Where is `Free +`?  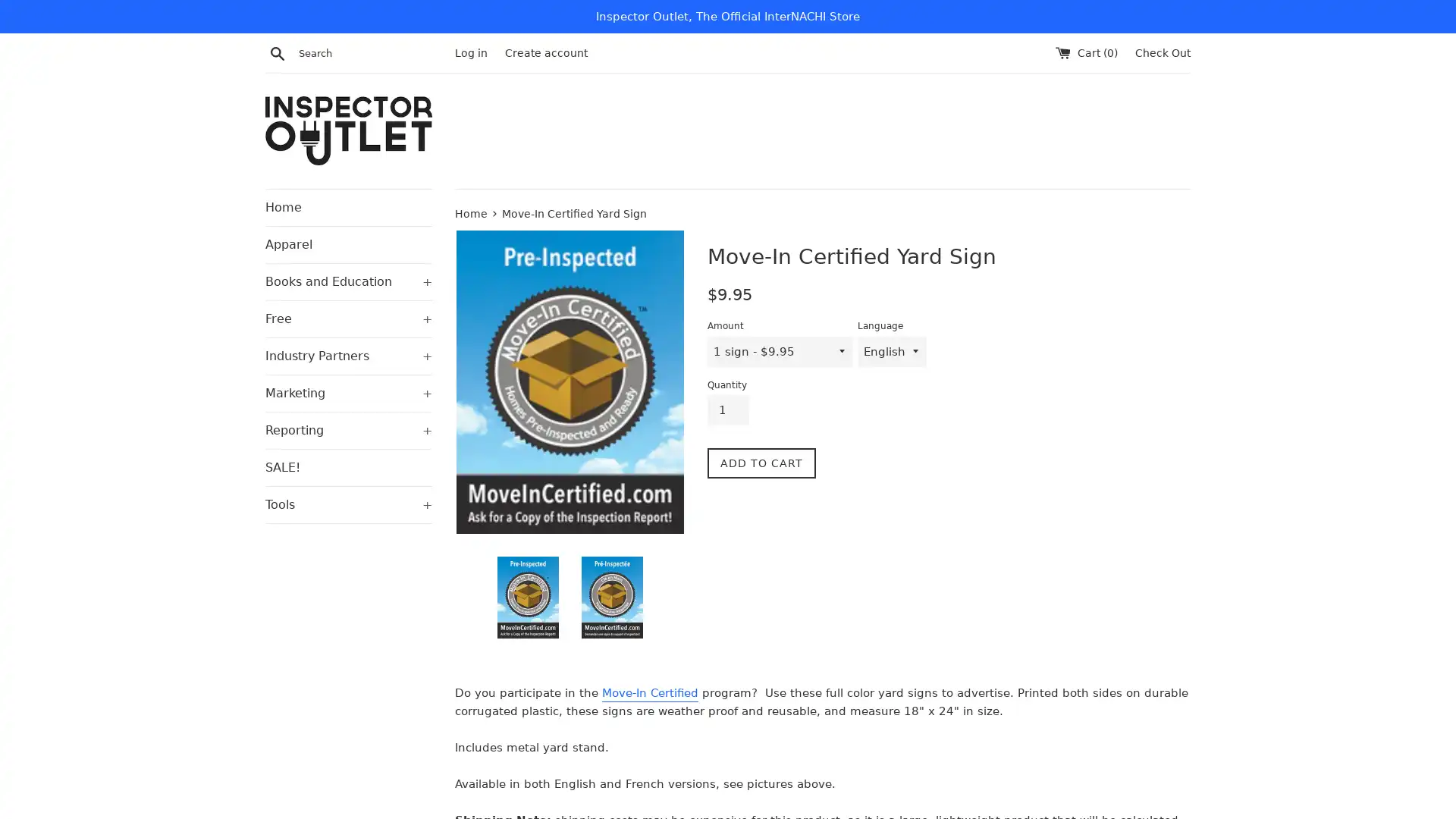 Free + is located at coordinates (348, 318).